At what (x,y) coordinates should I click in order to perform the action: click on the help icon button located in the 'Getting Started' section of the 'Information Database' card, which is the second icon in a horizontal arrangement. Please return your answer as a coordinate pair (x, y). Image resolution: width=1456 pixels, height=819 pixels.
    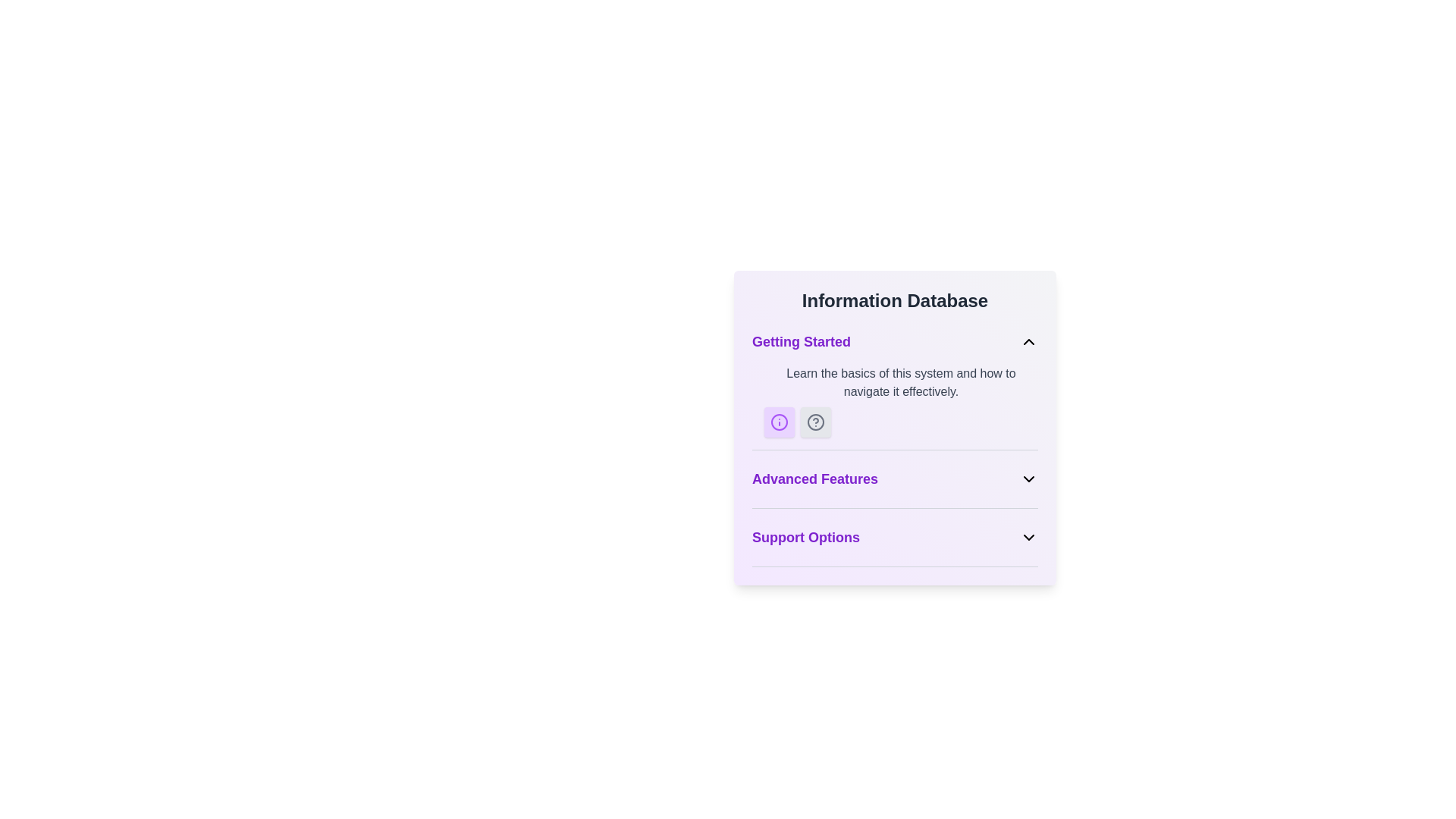
    Looking at the image, I should click on (814, 422).